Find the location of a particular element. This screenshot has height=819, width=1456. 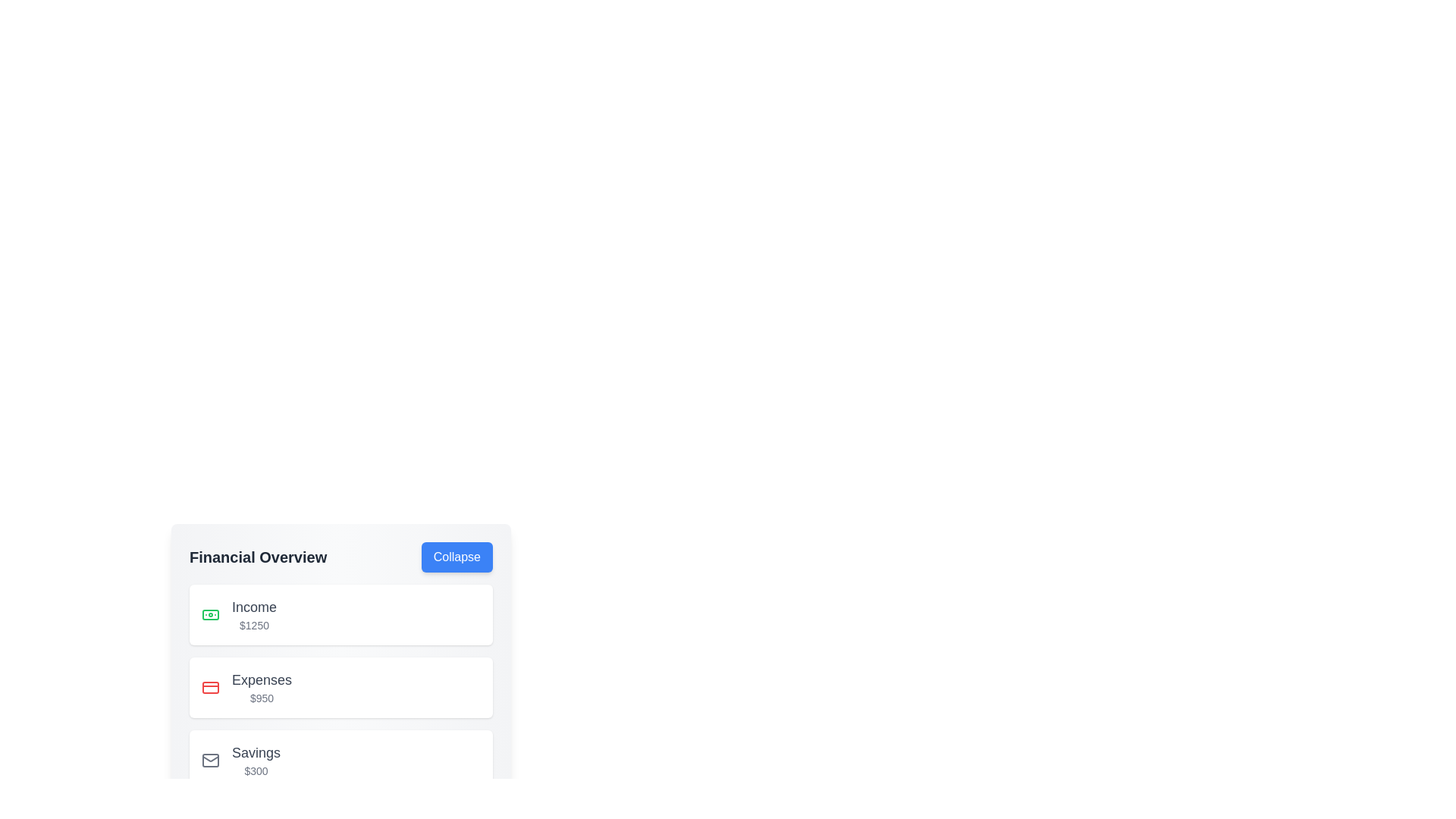

the static text label displaying the numerical value '$300' located below the 'Savings' label in the financial overview section is located at coordinates (256, 771).